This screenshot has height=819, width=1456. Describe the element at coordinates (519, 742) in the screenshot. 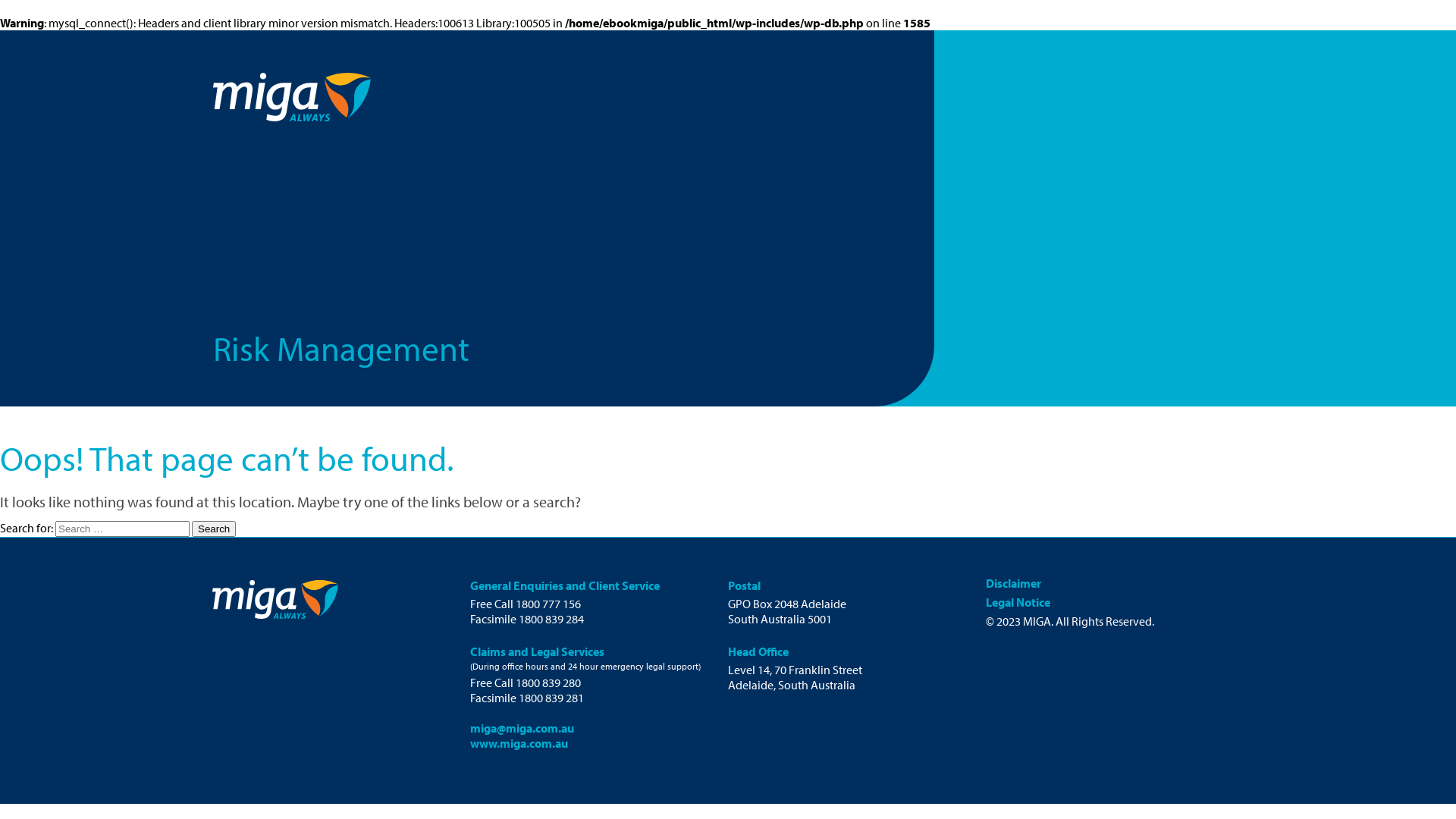

I see `'www.miga.com.au'` at that location.